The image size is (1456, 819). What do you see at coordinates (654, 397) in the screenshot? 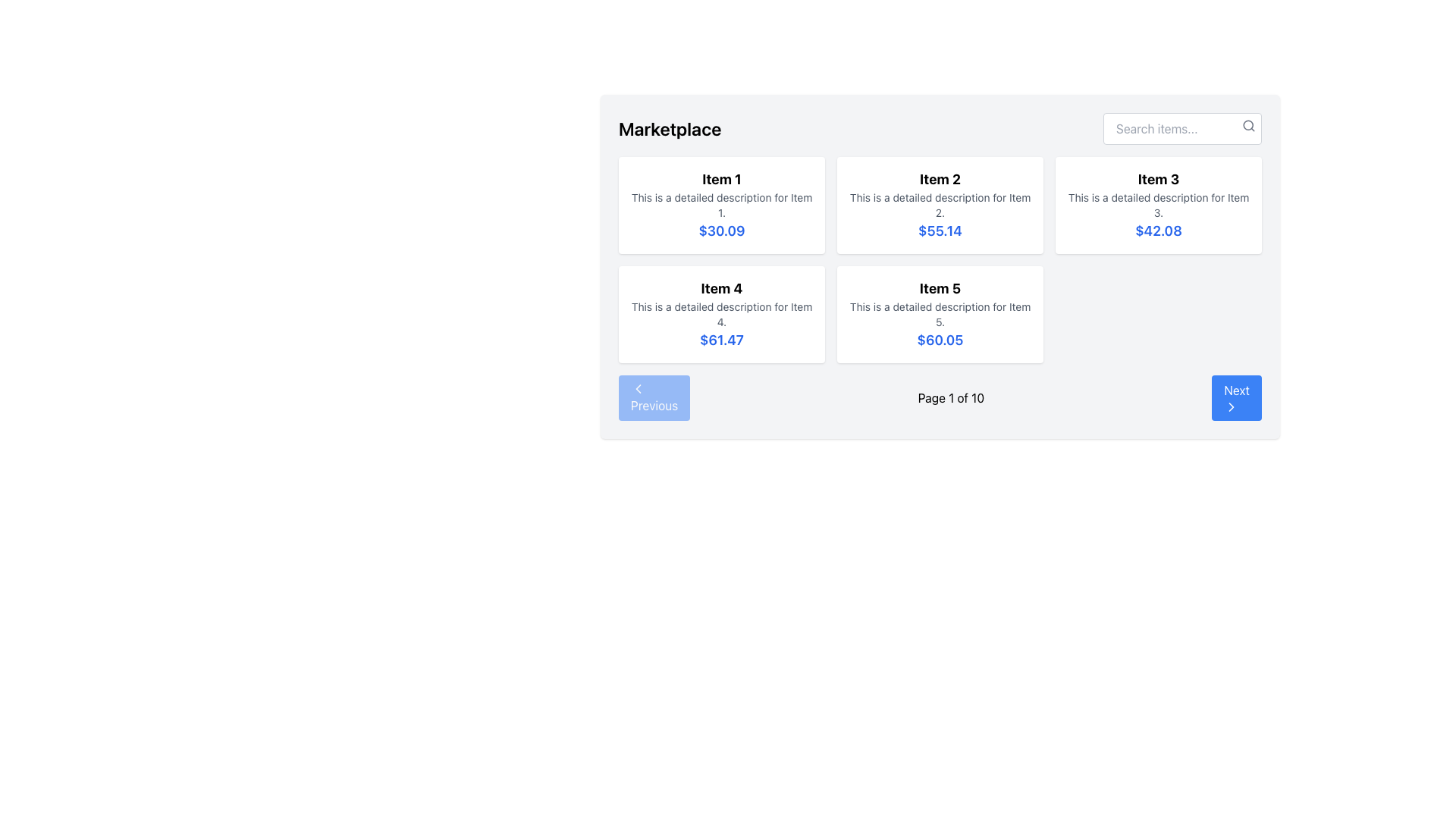
I see `the 'Previous' button, which is a rectangular button with a blue background and white text, located on the left edge of the pagination controls bar` at bounding box center [654, 397].